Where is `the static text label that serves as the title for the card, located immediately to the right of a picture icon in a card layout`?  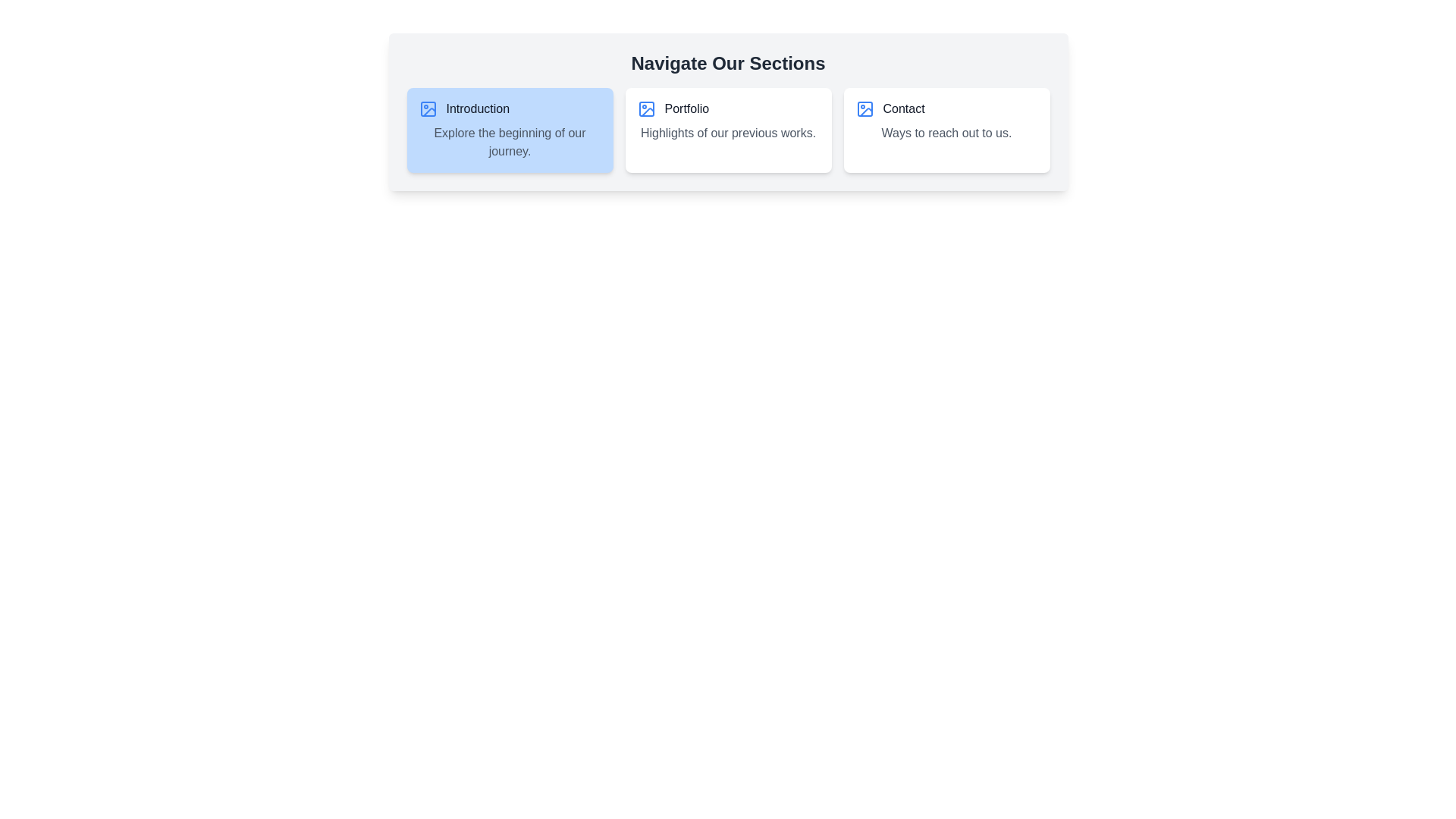
the static text label that serves as the title for the card, located immediately to the right of a picture icon in a card layout is located at coordinates (477, 108).